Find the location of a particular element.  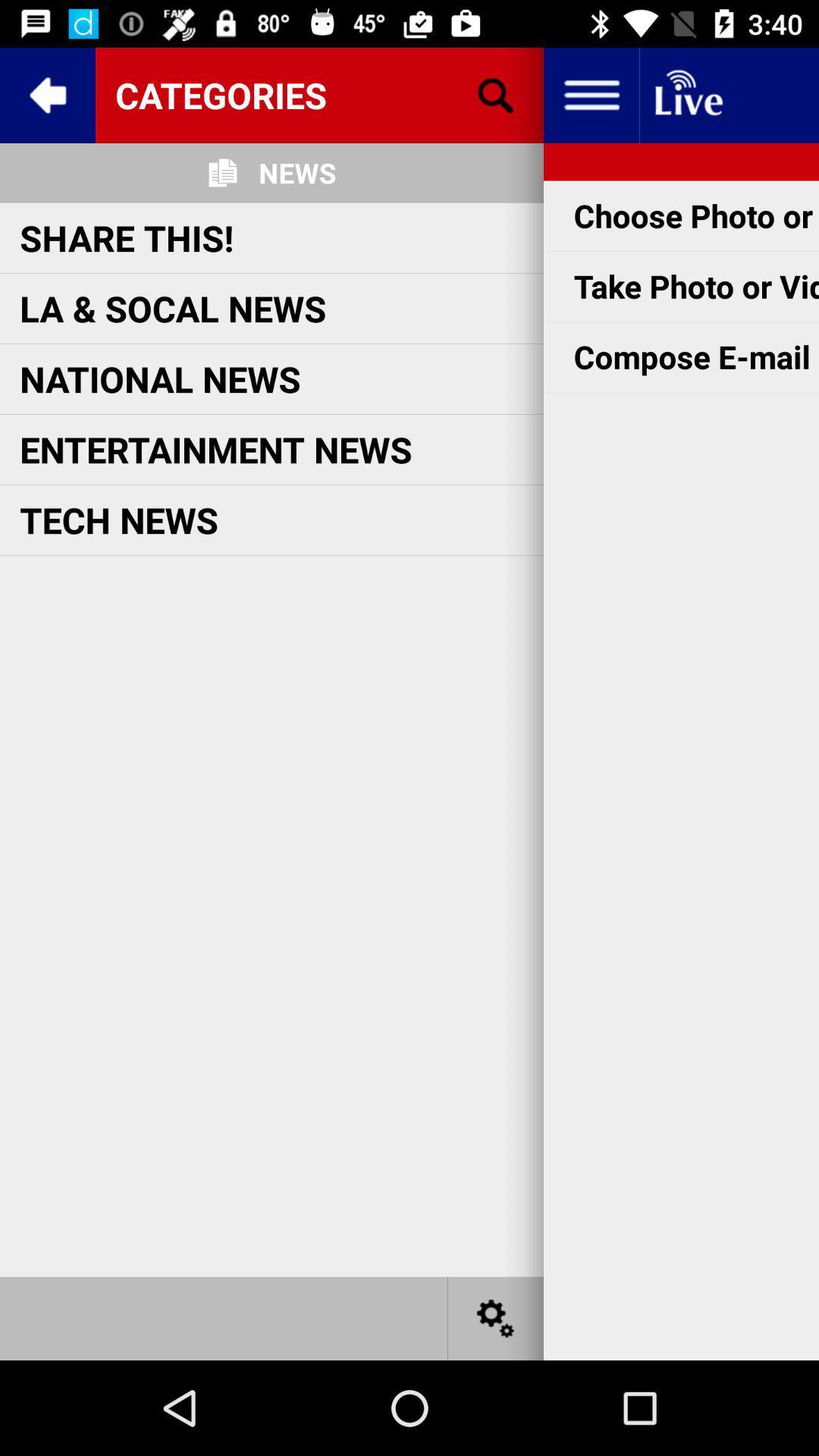

item above the la & socal news icon is located at coordinates (126, 237).